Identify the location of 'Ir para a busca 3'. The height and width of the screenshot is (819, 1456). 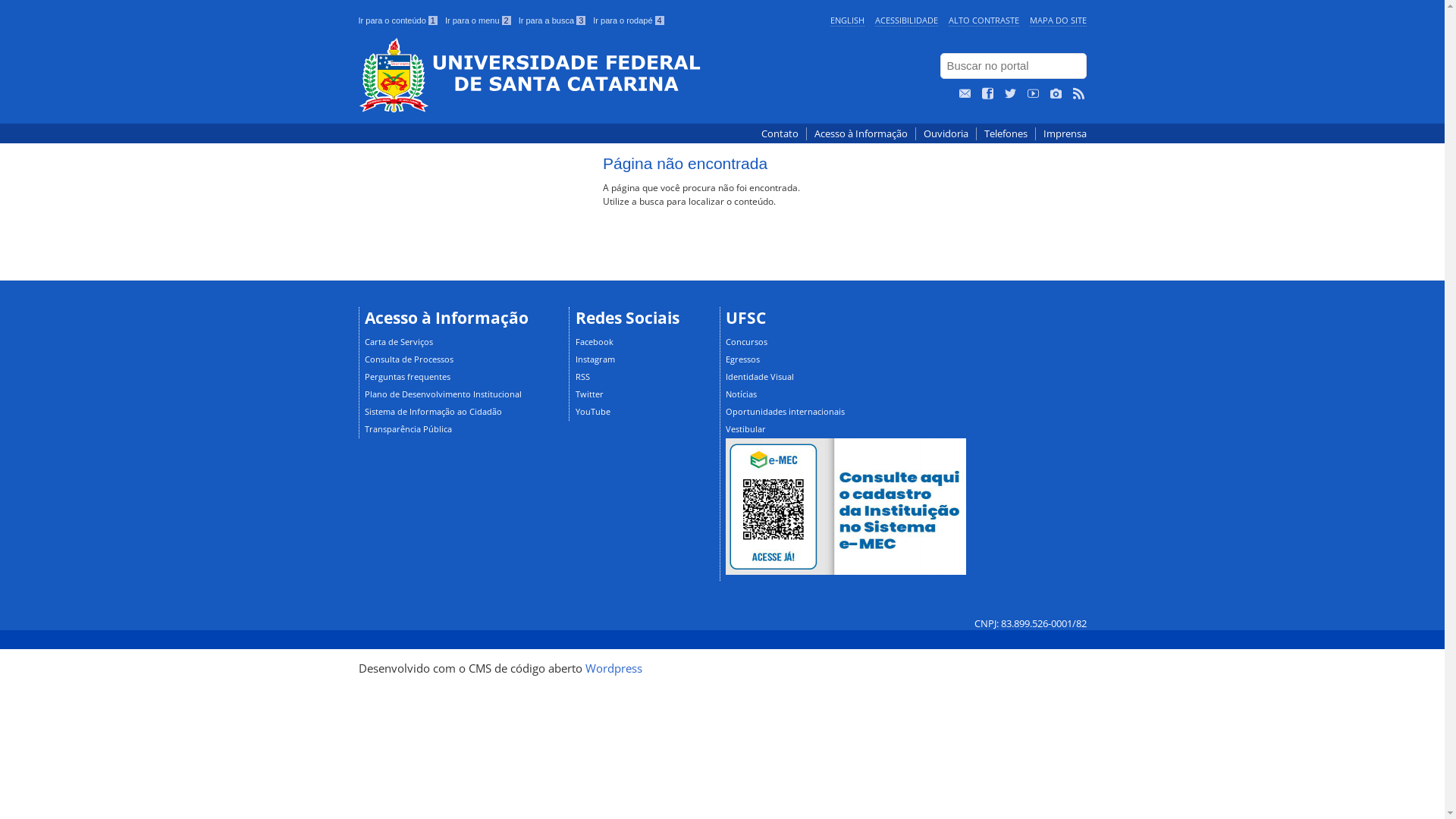
(551, 20).